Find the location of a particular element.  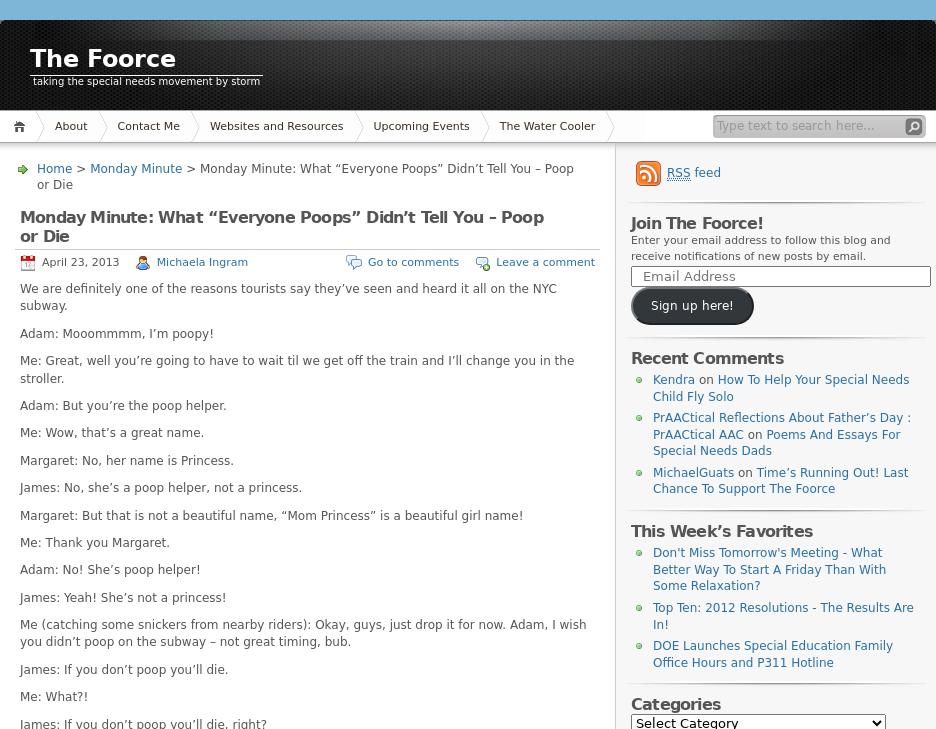

'Me: Great, well you’re going to have to wait til we get off the train and I’ll change you in the stroller.' is located at coordinates (296, 369).